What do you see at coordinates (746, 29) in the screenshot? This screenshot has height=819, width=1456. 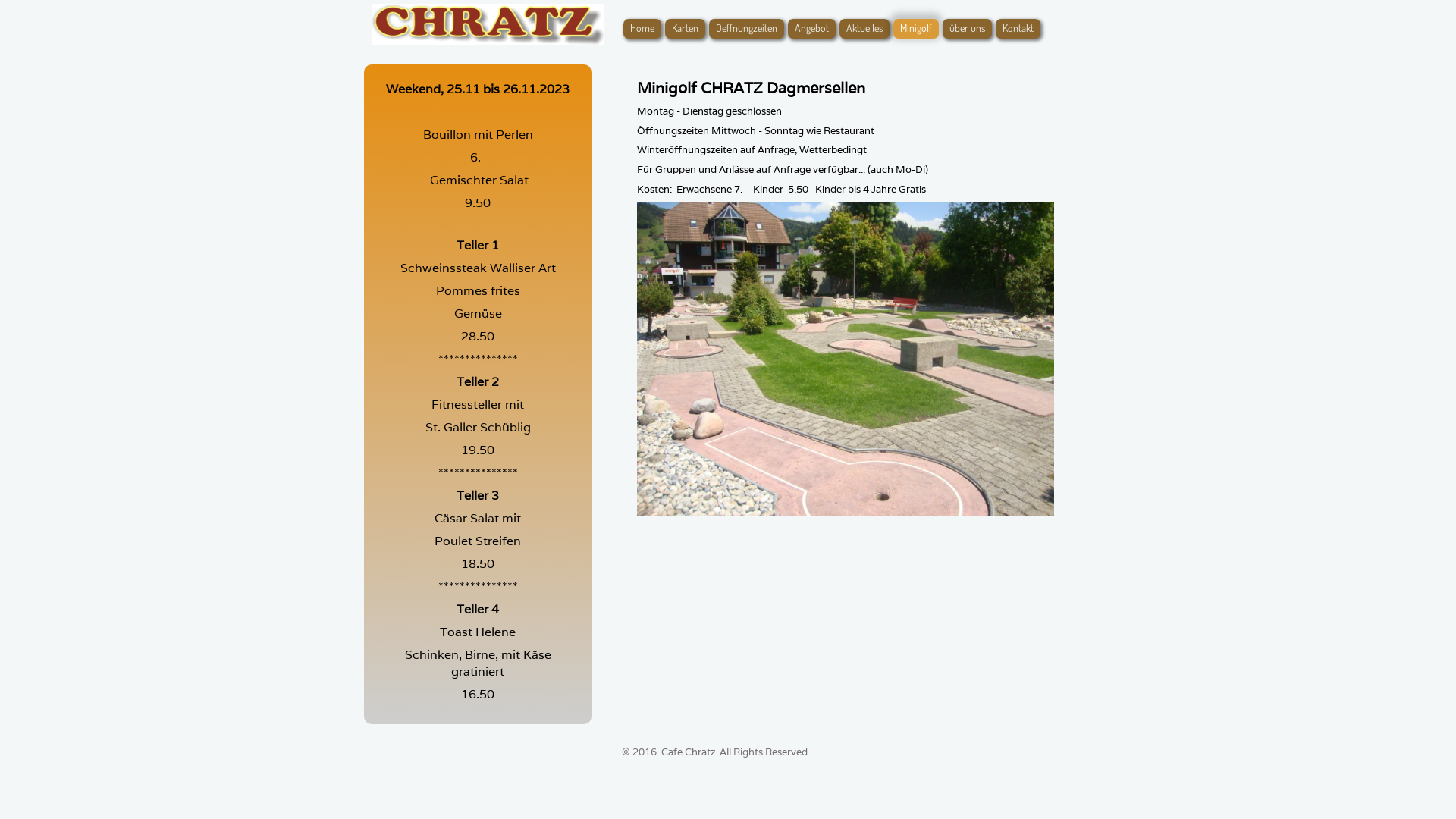 I see `'Oeffnungzeiten'` at bounding box center [746, 29].